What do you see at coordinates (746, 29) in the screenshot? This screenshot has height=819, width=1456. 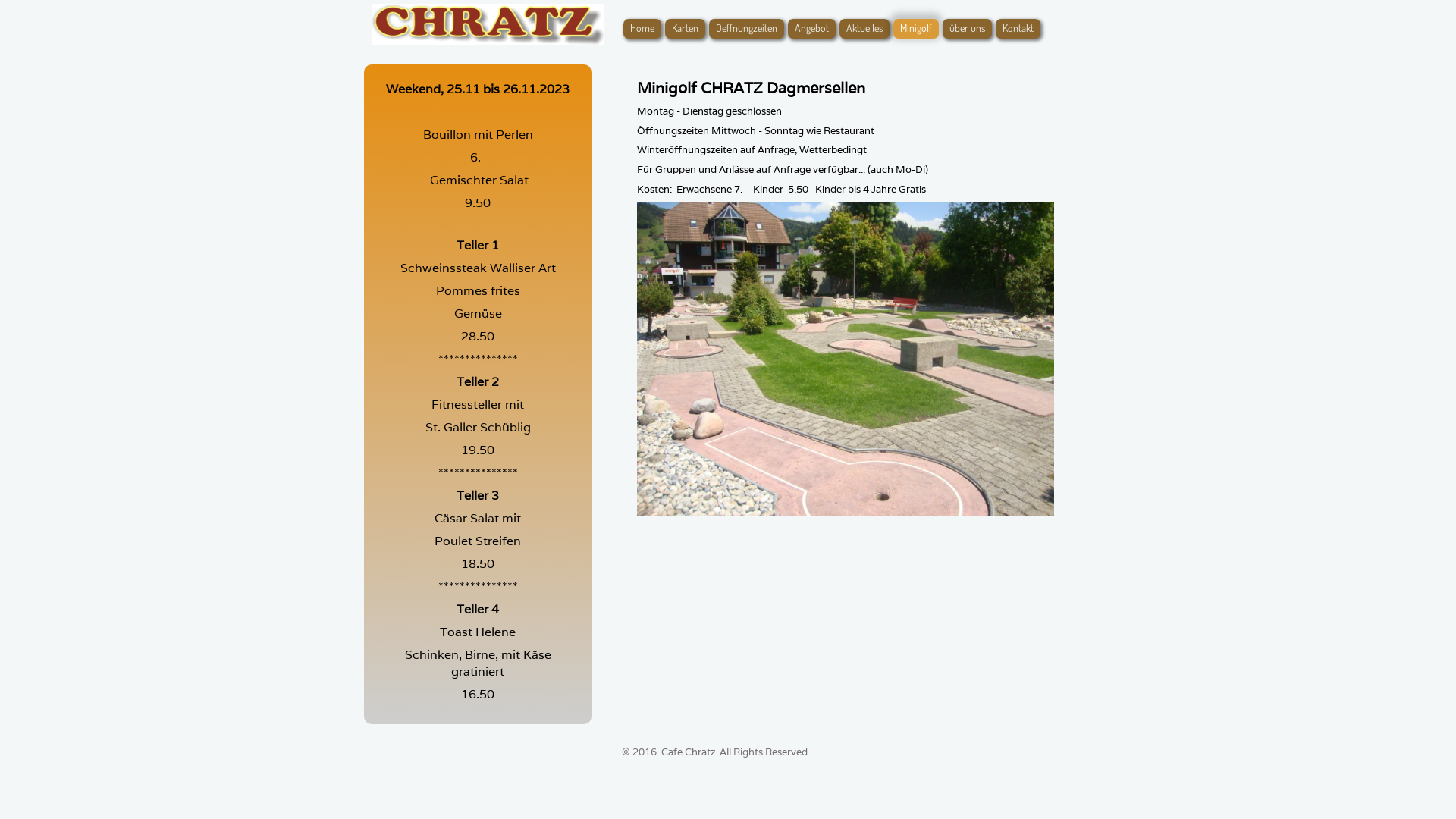 I see `'Oeffnungzeiten'` at bounding box center [746, 29].